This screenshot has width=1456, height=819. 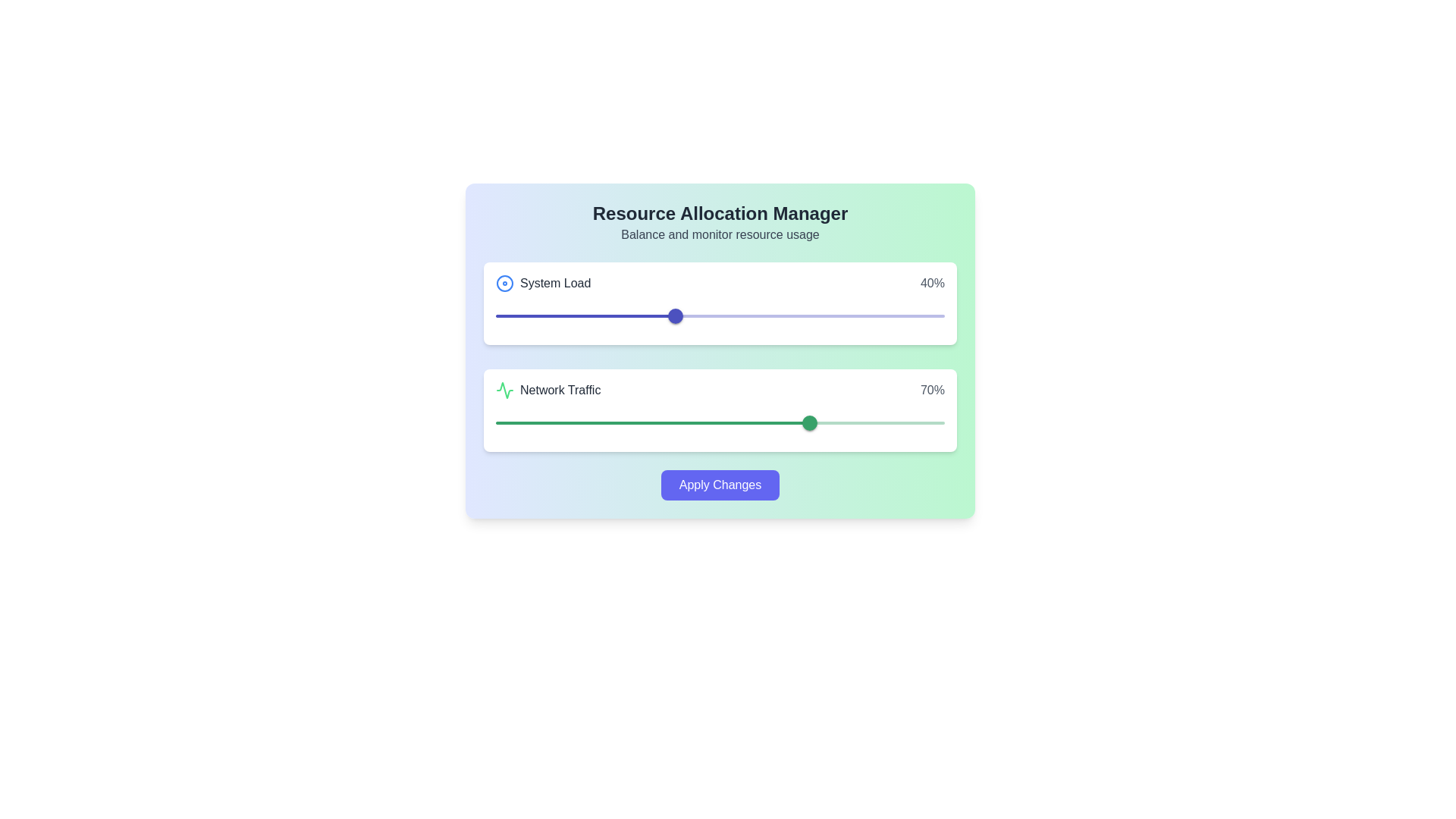 I want to click on the slider, so click(x=761, y=423).